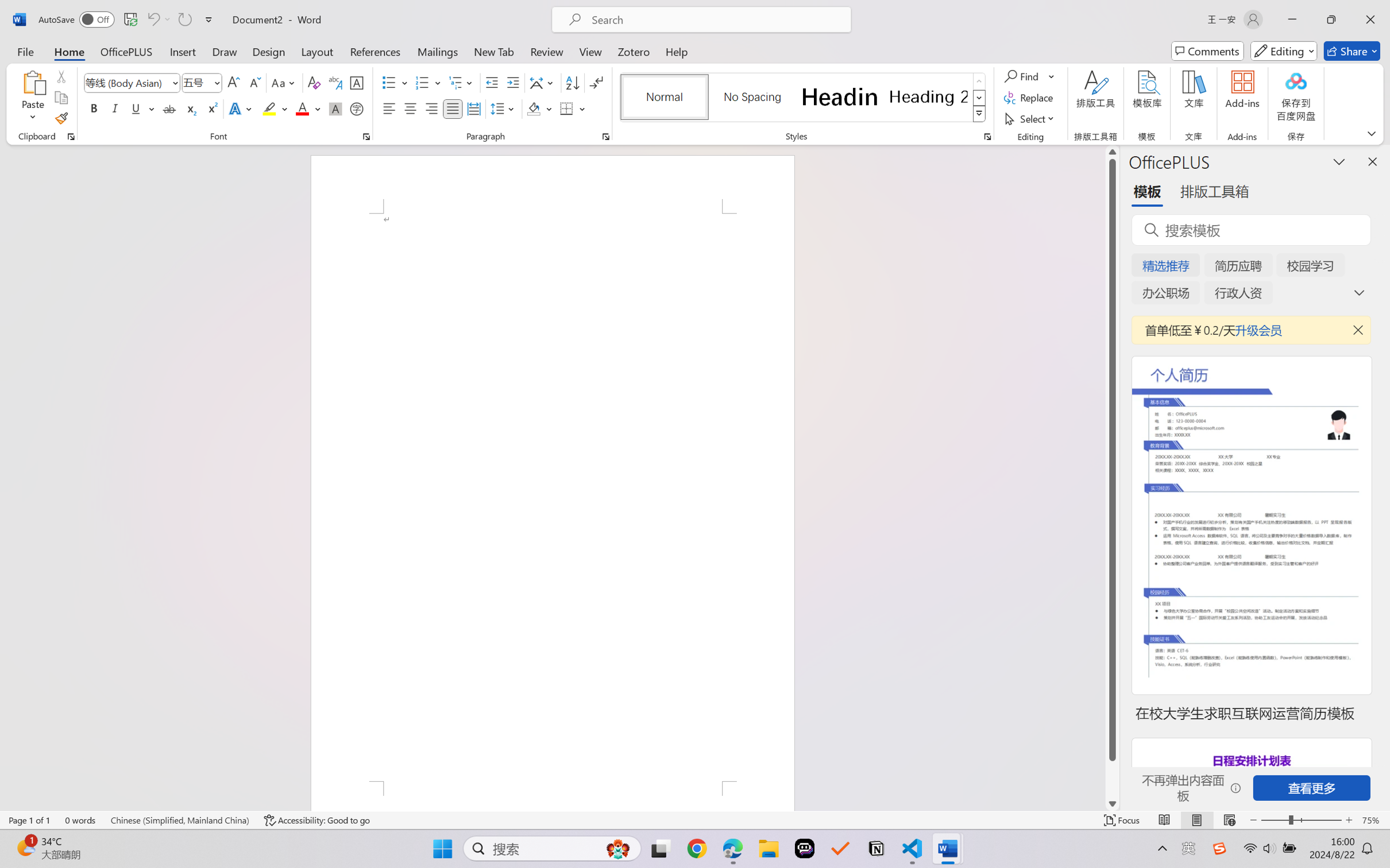  Describe the element at coordinates (987, 136) in the screenshot. I see `'Styles...'` at that location.